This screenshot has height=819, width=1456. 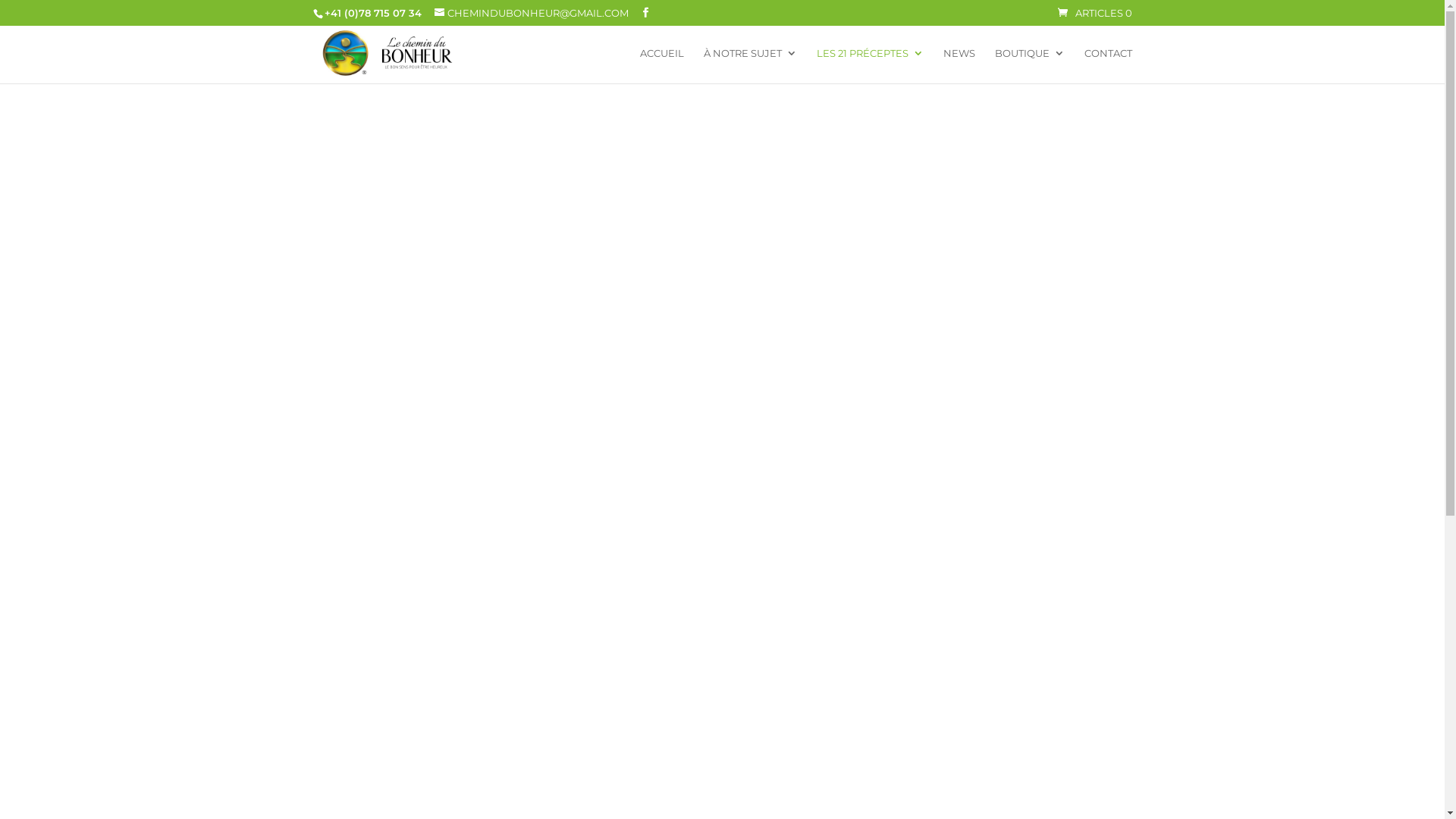 What do you see at coordinates (662, 64) in the screenshot?
I see `'ACCUEIL'` at bounding box center [662, 64].